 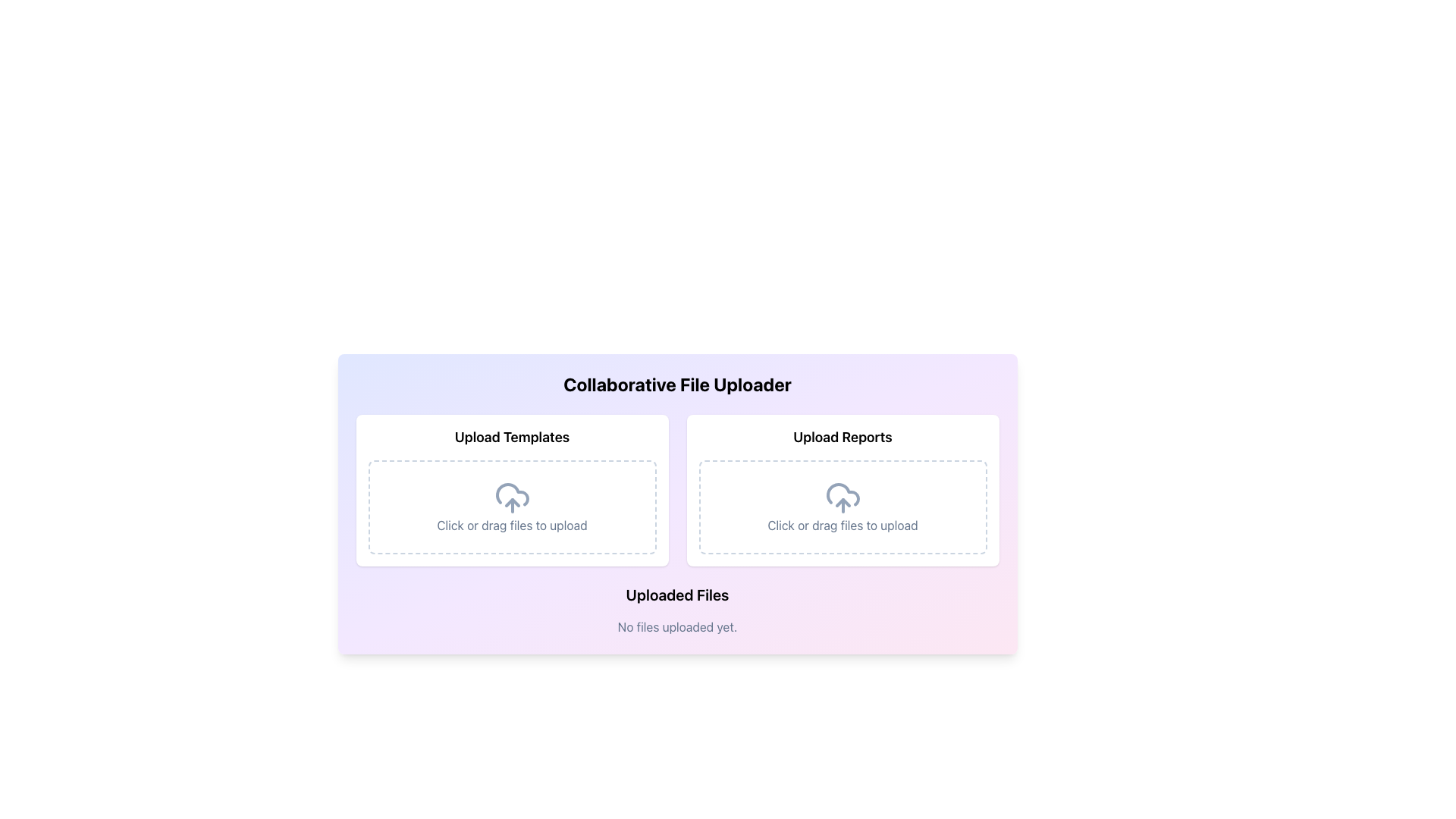 What do you see at coordinates (842, 507) in the screenshot?
I see `the File upload interface with a dashed border and cloud icon that reads 'Click or drag files to upload'` at bounding box center [842, 507].